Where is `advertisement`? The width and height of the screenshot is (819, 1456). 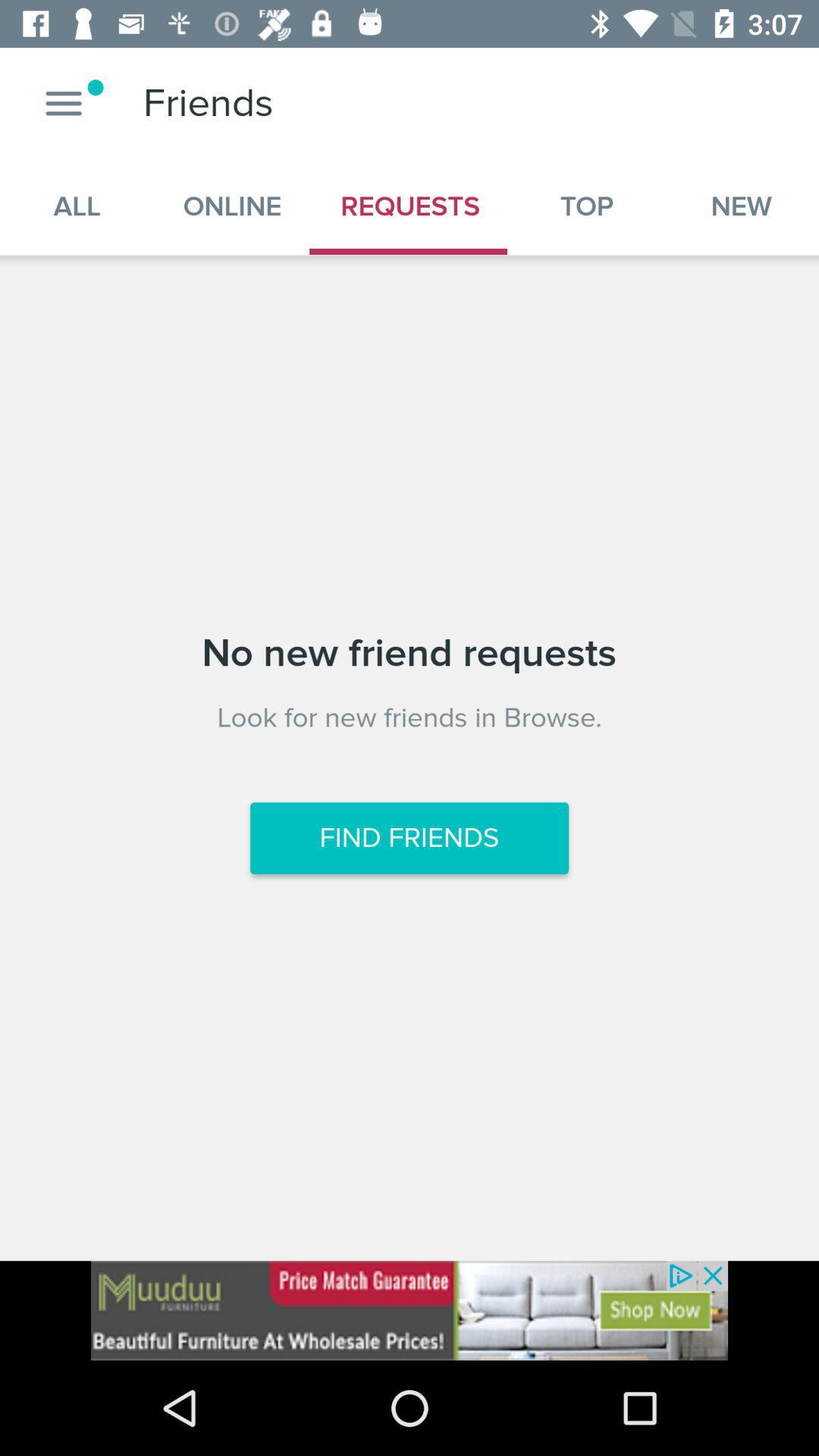 advertisement is located at coordinates (409, 1310).